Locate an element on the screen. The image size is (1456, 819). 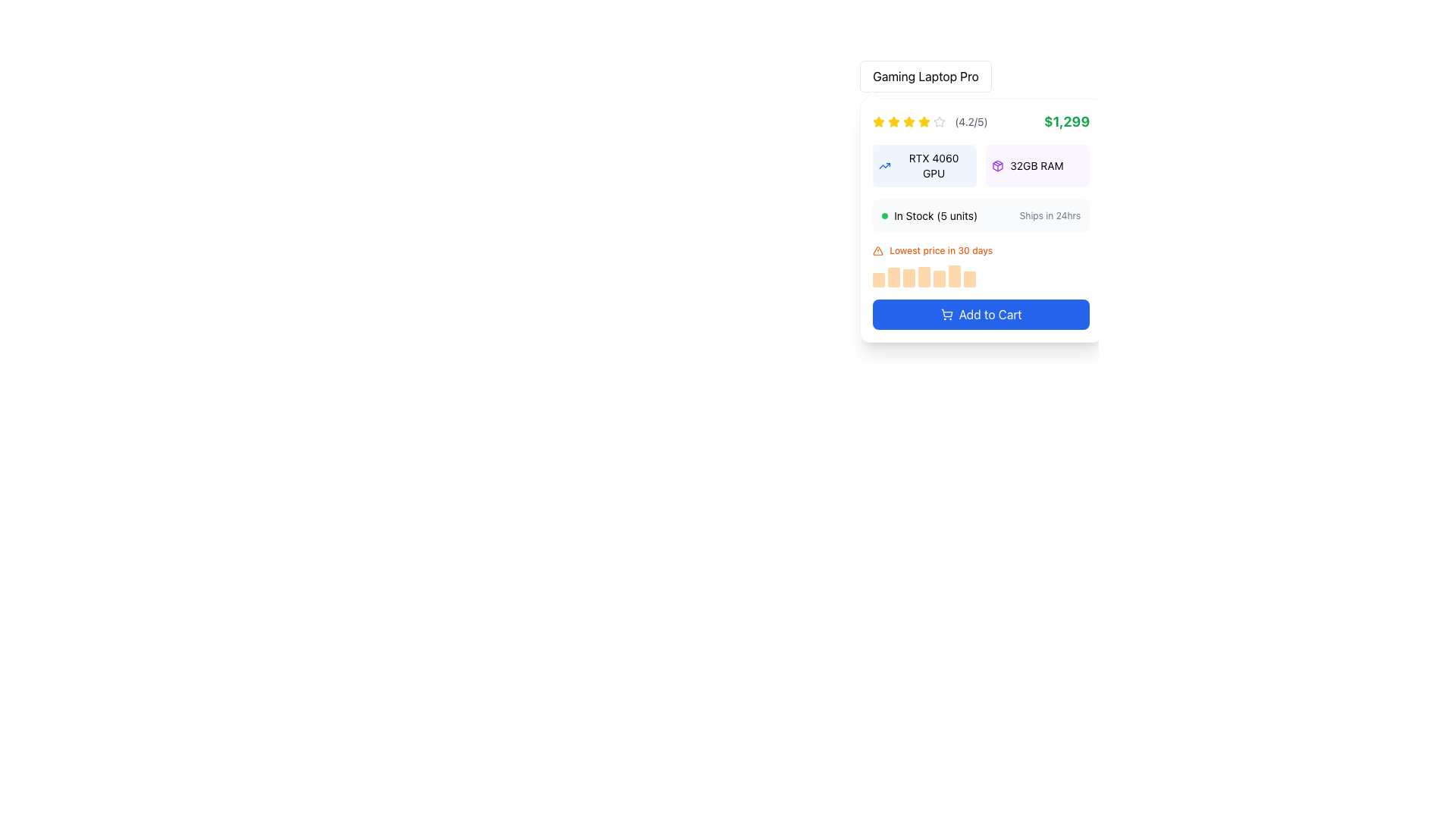
the sixth vertical bar of the bar chart, which represents a data point related to pricing history, located below the 'Lowest price in 30 days' label is located at coordinates (954, 276).